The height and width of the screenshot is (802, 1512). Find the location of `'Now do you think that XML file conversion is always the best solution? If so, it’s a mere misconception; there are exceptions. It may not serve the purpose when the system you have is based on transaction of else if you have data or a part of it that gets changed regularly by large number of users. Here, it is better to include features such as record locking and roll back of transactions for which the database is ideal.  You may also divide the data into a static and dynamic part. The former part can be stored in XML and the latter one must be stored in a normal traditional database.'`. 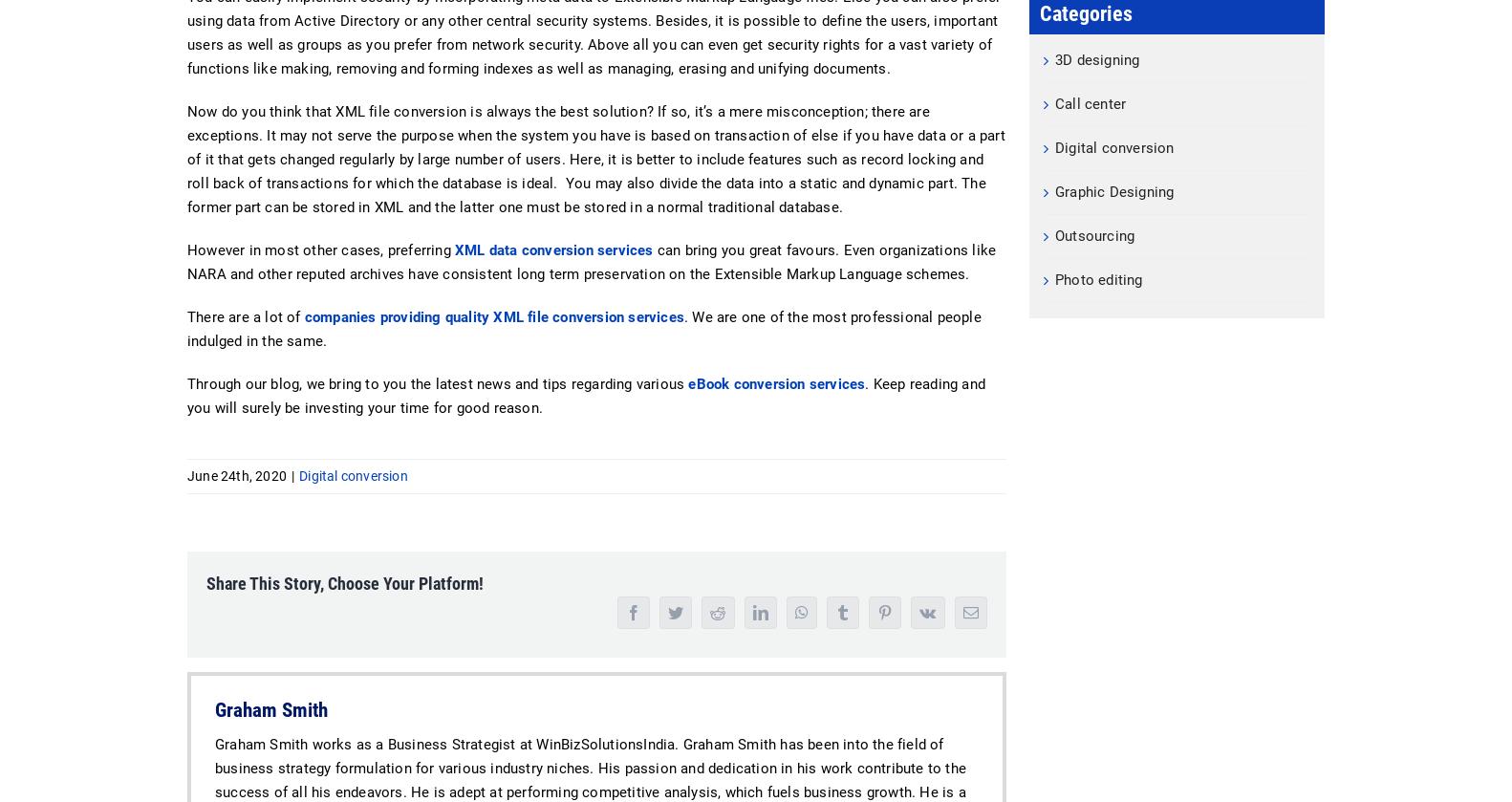

'Now do you think that XML file conversion is always the best solution? If so, it’s a mere misconception; there are exceptions. It may not serve the purpose when the system you have is based on transaction of else if you have data or a part of it that gets changed regularly by large number of users. Here, it is better to include features such as record locking and roll back of transactions for which the database is ideal.  You may also divide the data into a static and dynamic part. The former part can be stored in XML and the latter one must be stored in a normal traditional database.' is located at coordinates (595, 159).